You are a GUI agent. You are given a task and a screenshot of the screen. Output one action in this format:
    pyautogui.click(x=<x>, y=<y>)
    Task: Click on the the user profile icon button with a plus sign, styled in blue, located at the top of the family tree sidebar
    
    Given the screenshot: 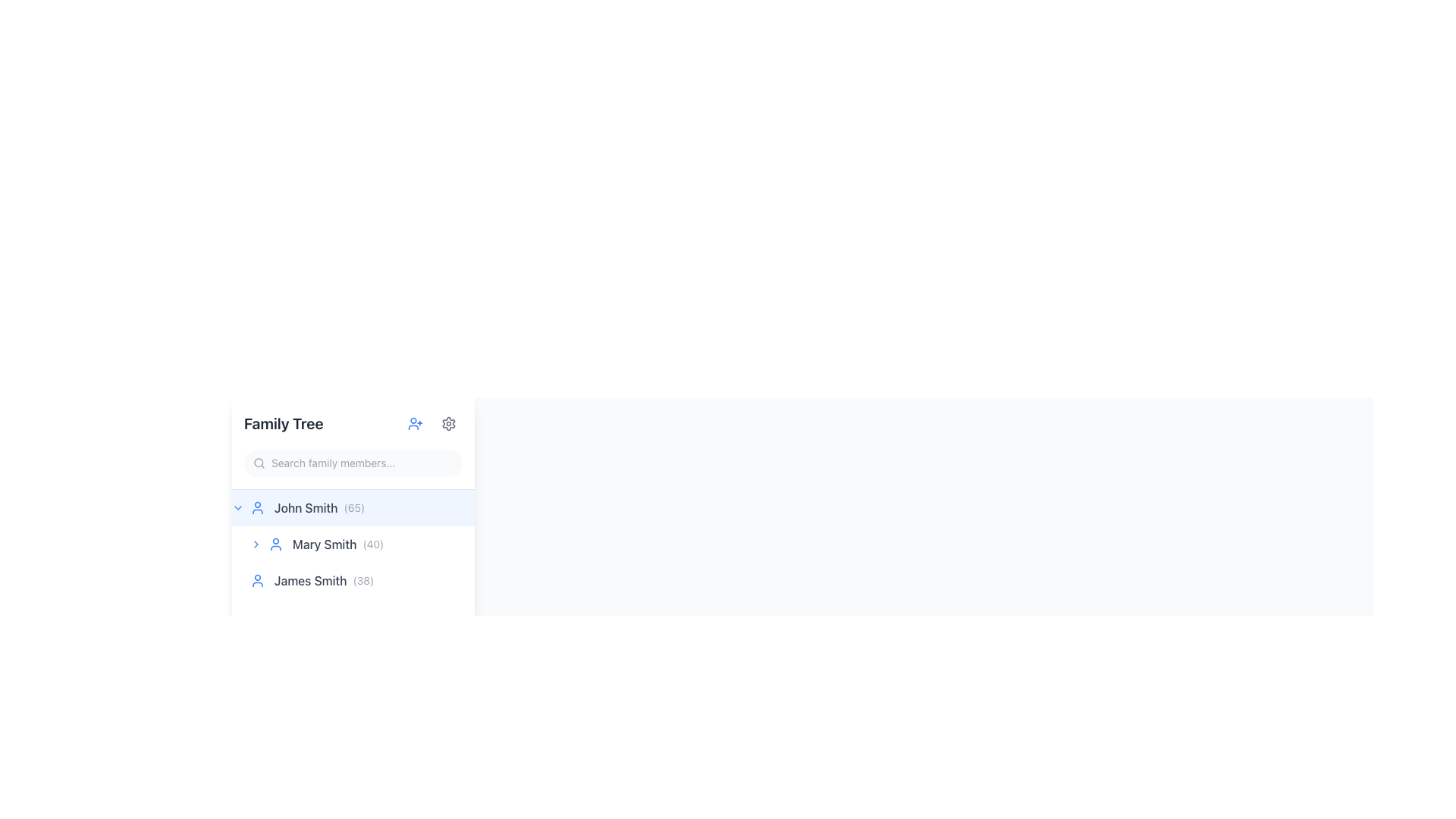 What is the action you would take?
    pyautogui.click(x=415, y=424)
    